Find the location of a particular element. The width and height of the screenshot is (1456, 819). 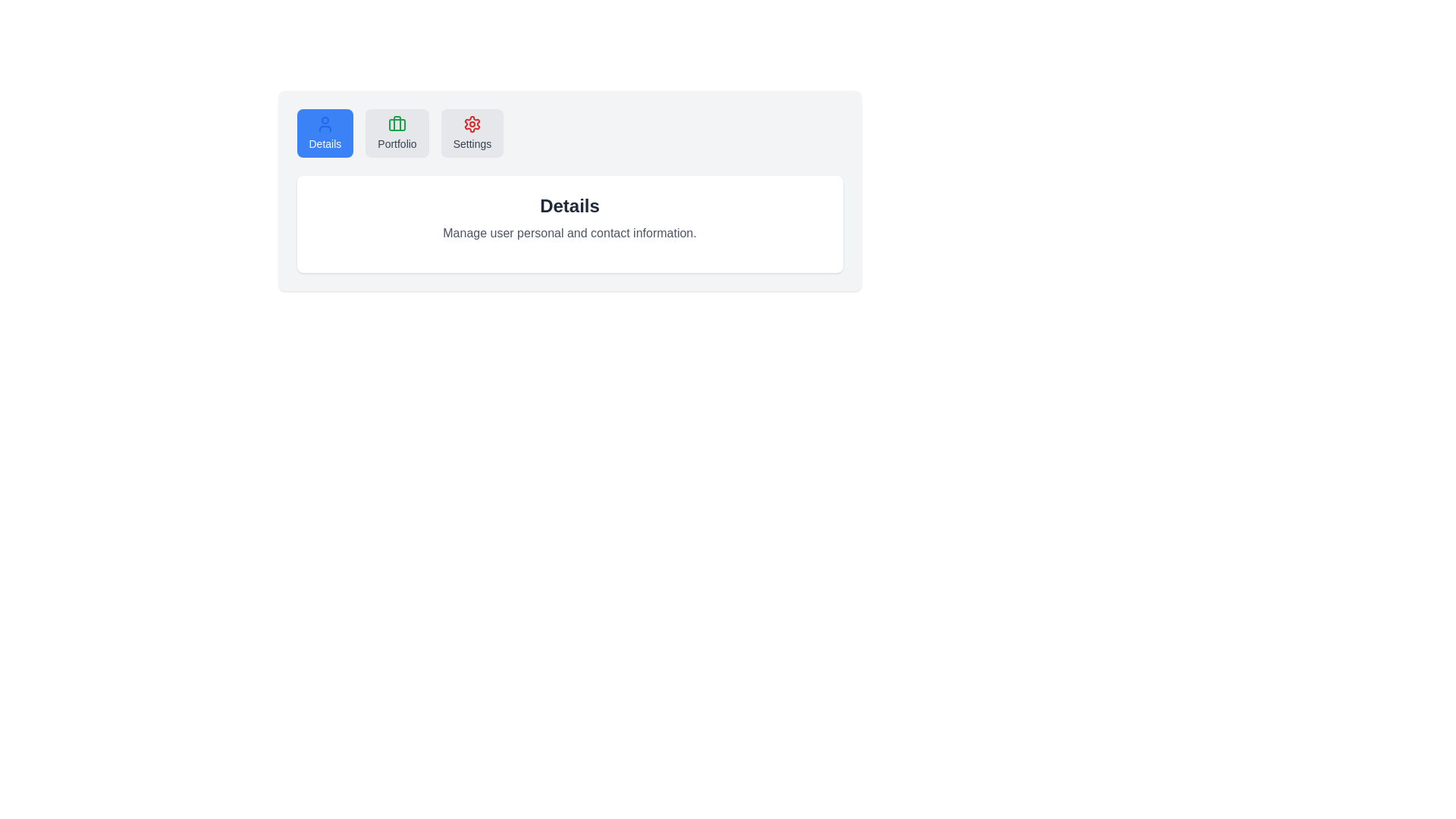

the currently active 'Details' tab is located at coordinates (324, 133).